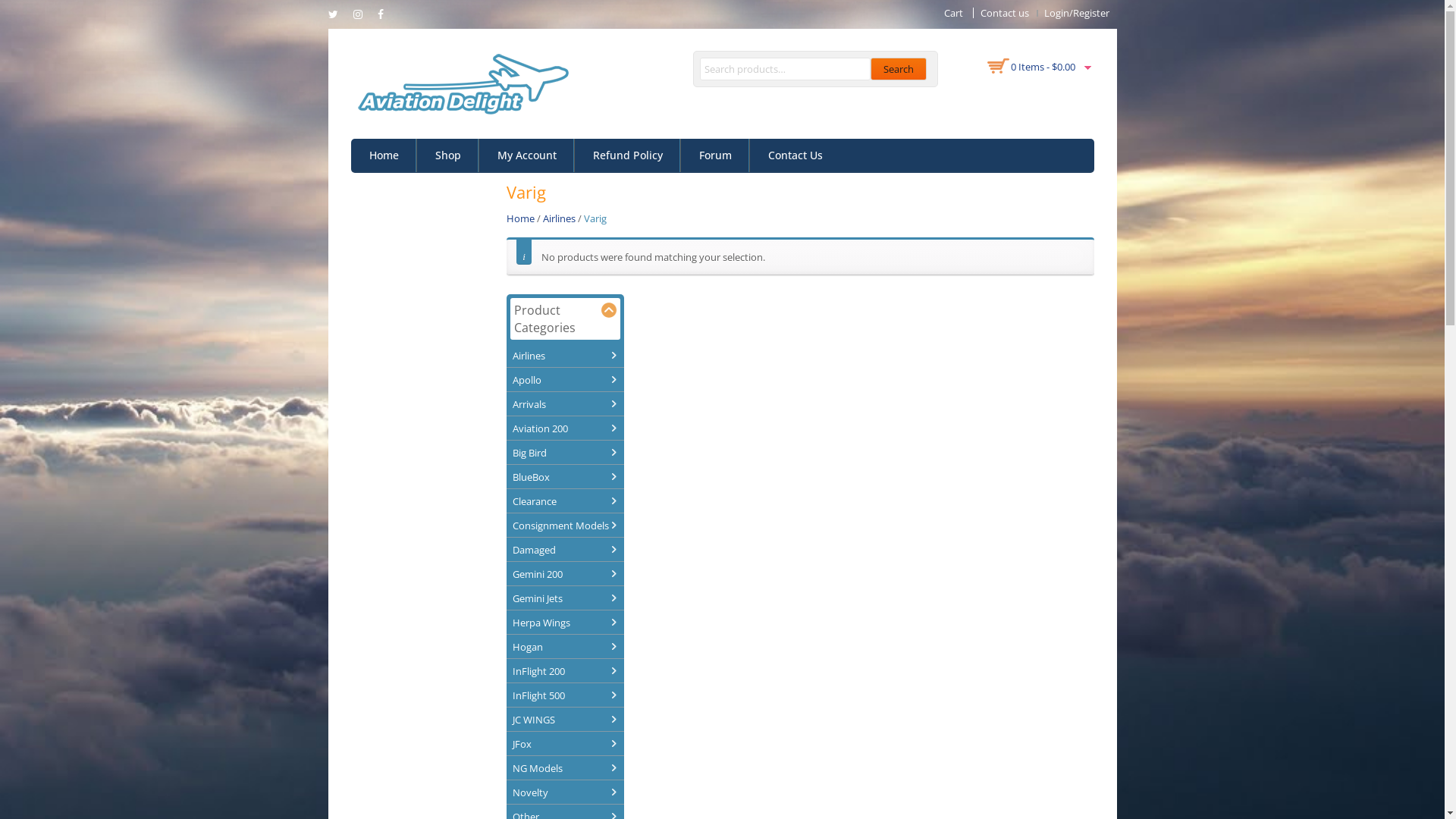  What do you see at coordinates (506, 452) in the screenshot?
I see `'Big Bird'` at bounding box center [506, 452].